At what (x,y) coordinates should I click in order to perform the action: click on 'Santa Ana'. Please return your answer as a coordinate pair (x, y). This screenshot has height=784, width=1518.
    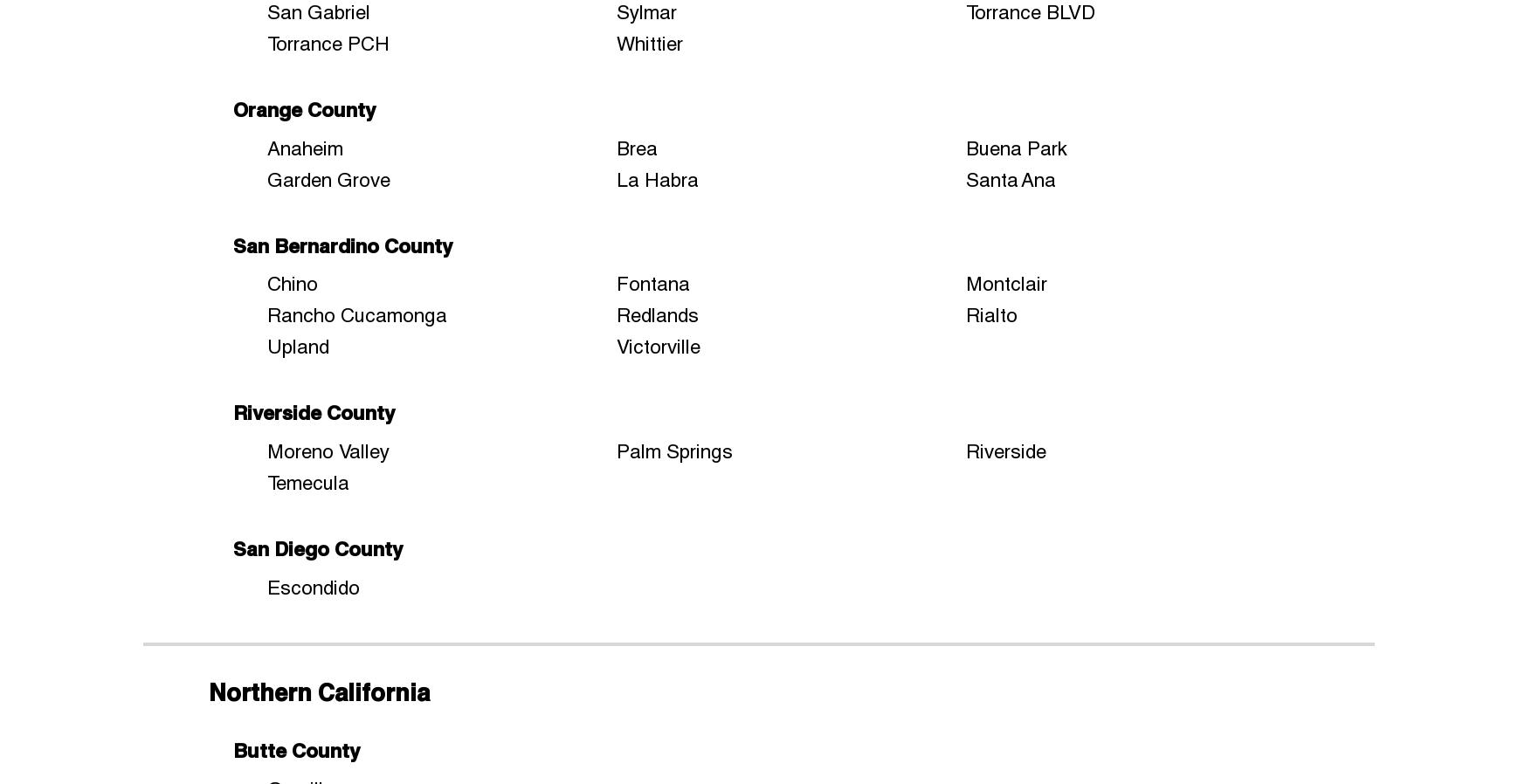
    Looking at the image, I should click on (1010, 177).